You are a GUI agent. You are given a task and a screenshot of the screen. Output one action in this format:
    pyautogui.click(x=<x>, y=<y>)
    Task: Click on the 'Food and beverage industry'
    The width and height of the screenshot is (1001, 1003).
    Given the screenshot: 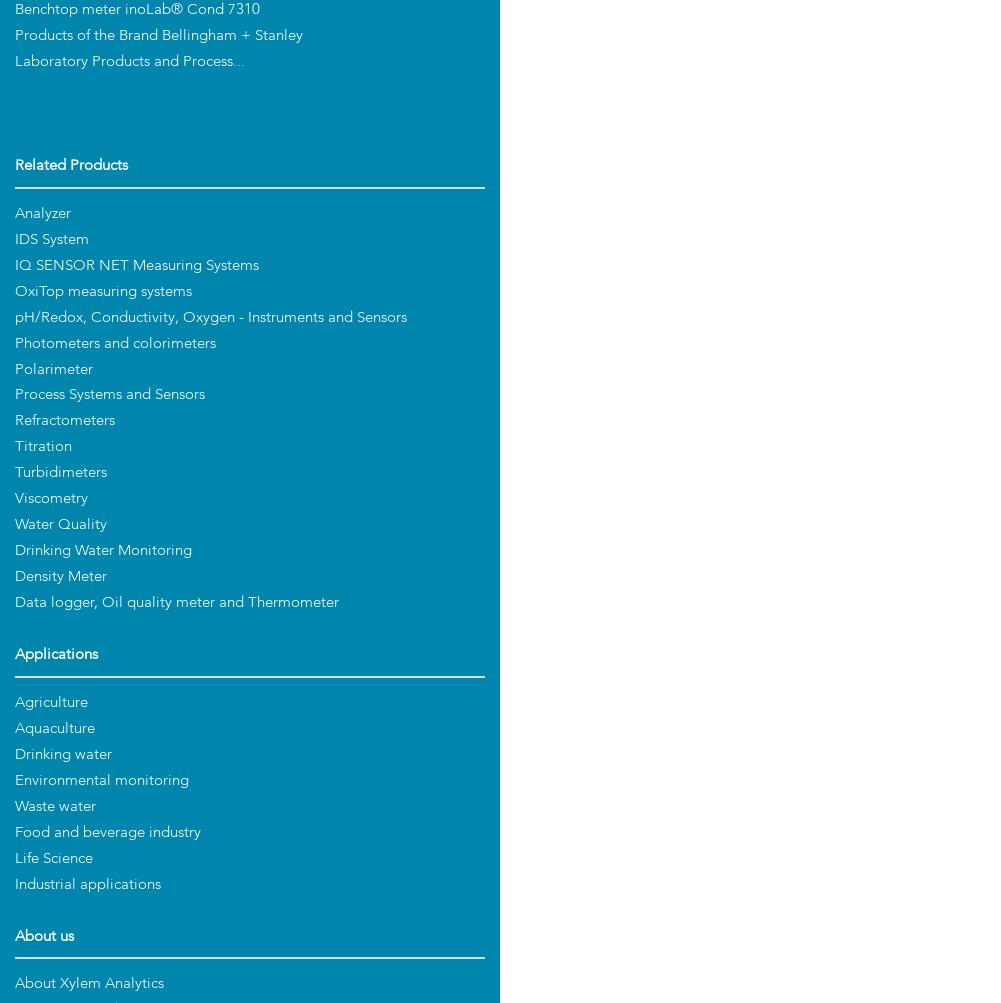 What is the action you would take?
    pyautogui.click(x=107, y=832)
    